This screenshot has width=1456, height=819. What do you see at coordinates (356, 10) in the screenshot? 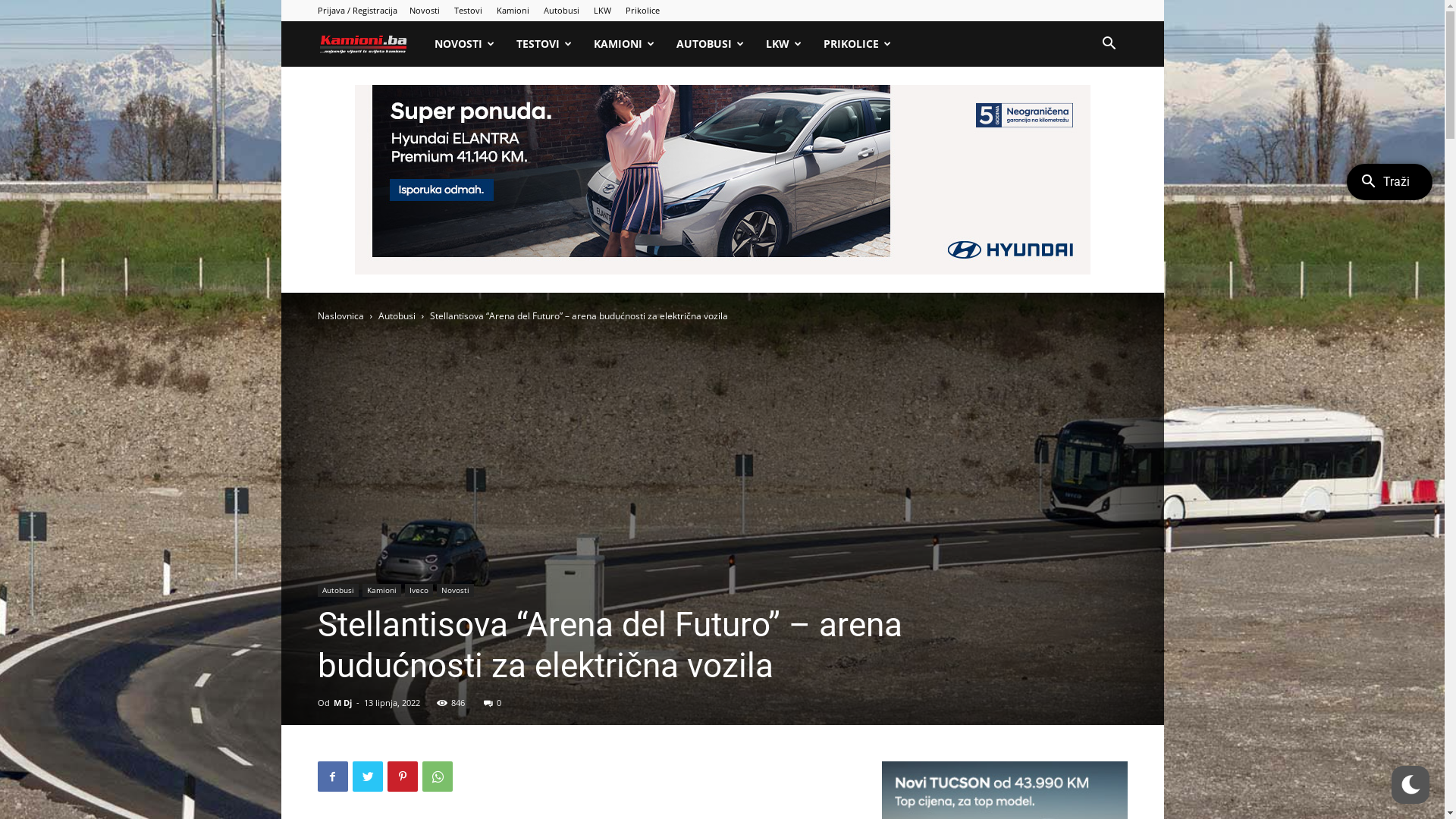
I see `'Prijava / Registracija'` at bounding box center [356, 10].